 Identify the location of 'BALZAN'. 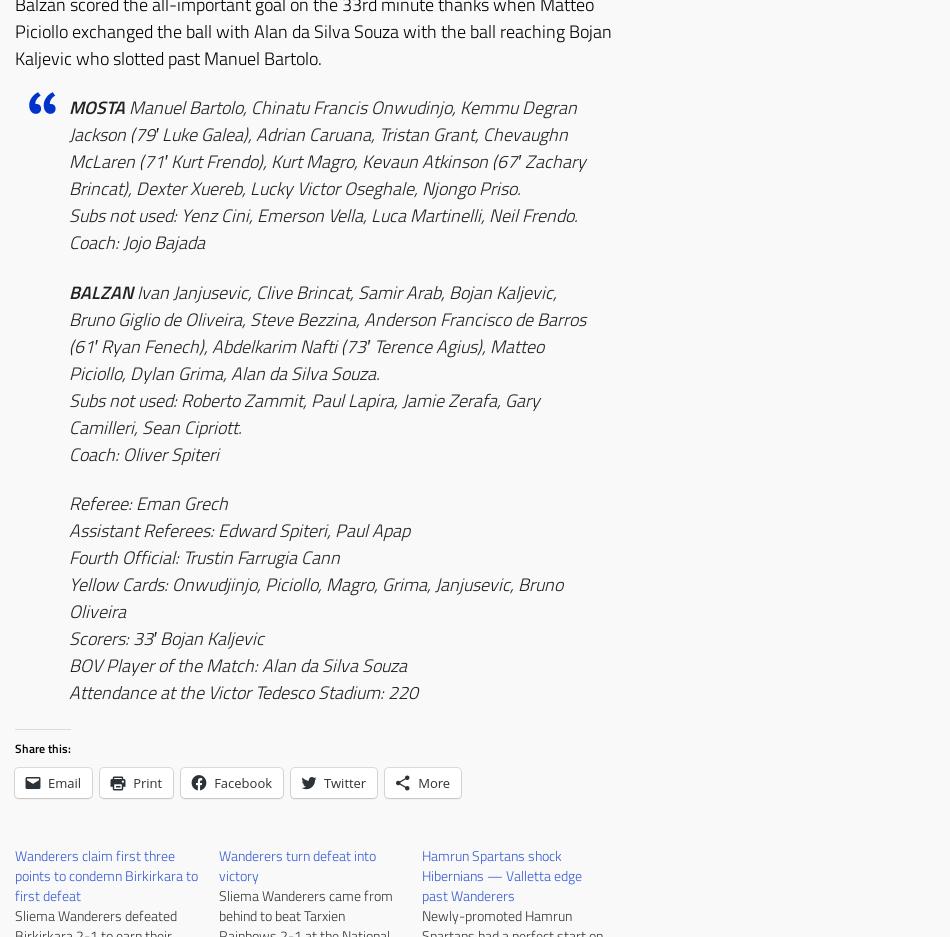
(100, 290).